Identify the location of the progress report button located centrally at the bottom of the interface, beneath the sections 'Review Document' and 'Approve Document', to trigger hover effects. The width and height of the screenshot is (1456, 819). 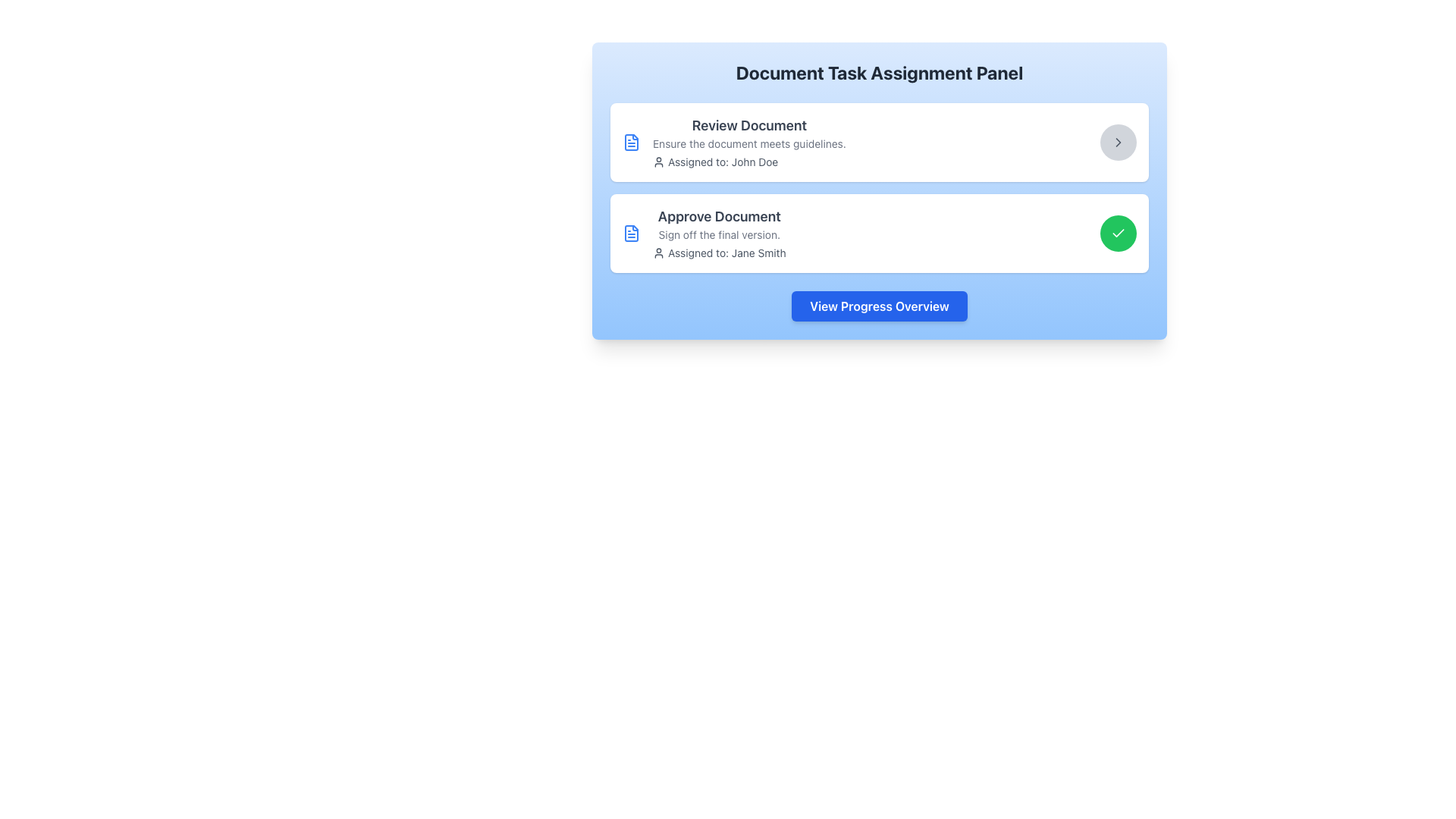
(880, 306).